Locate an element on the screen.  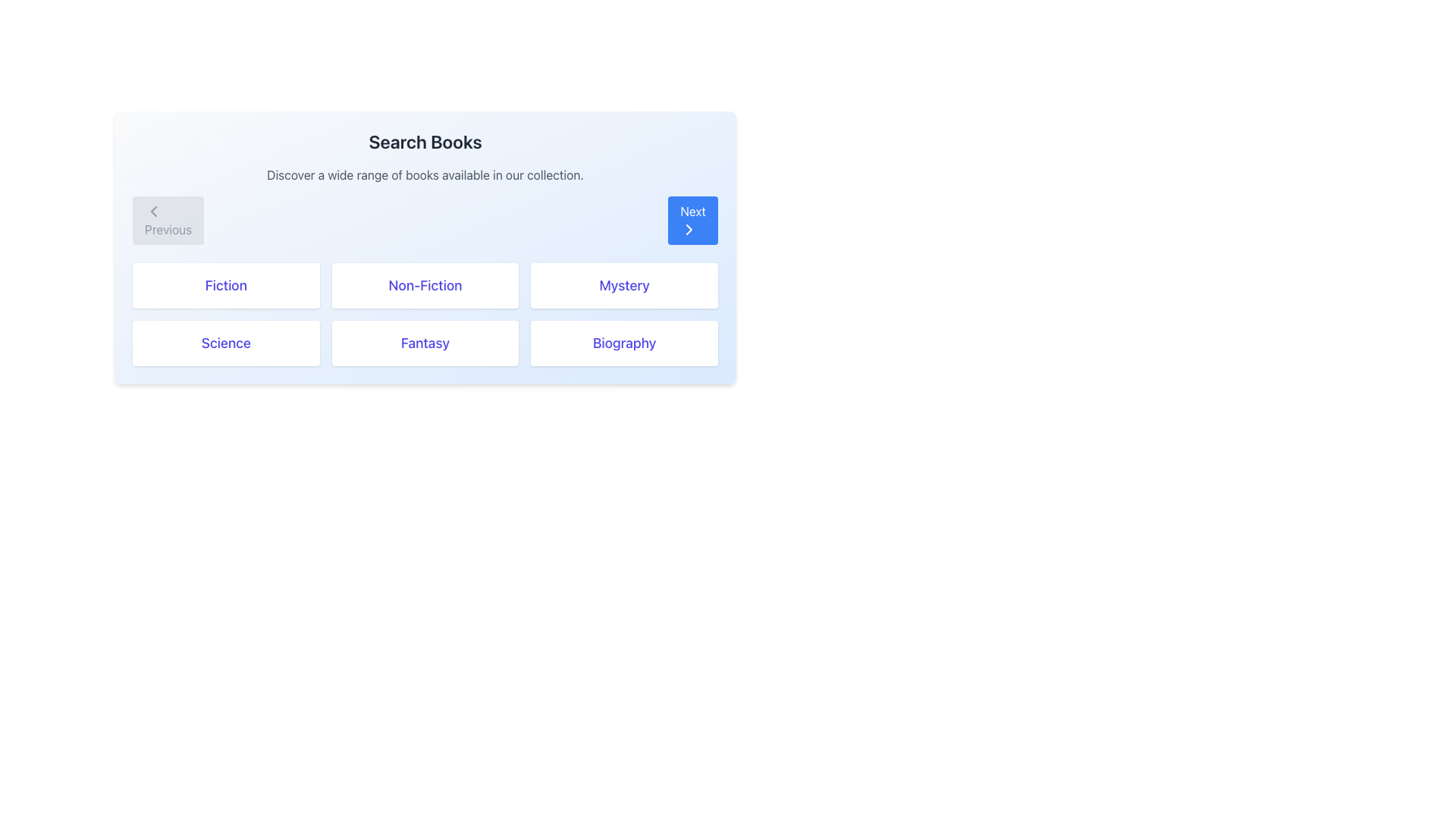
the 'Non-Fiction' button is located at coordinates (425, 286).